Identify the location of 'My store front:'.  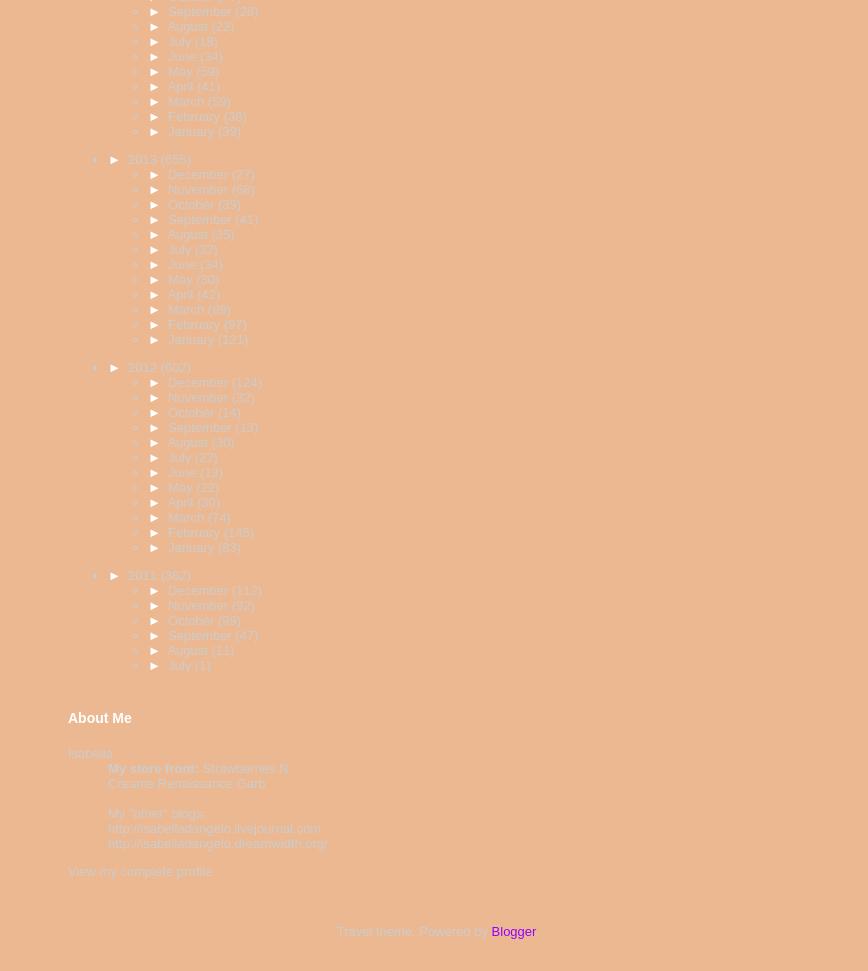
(153, 767).